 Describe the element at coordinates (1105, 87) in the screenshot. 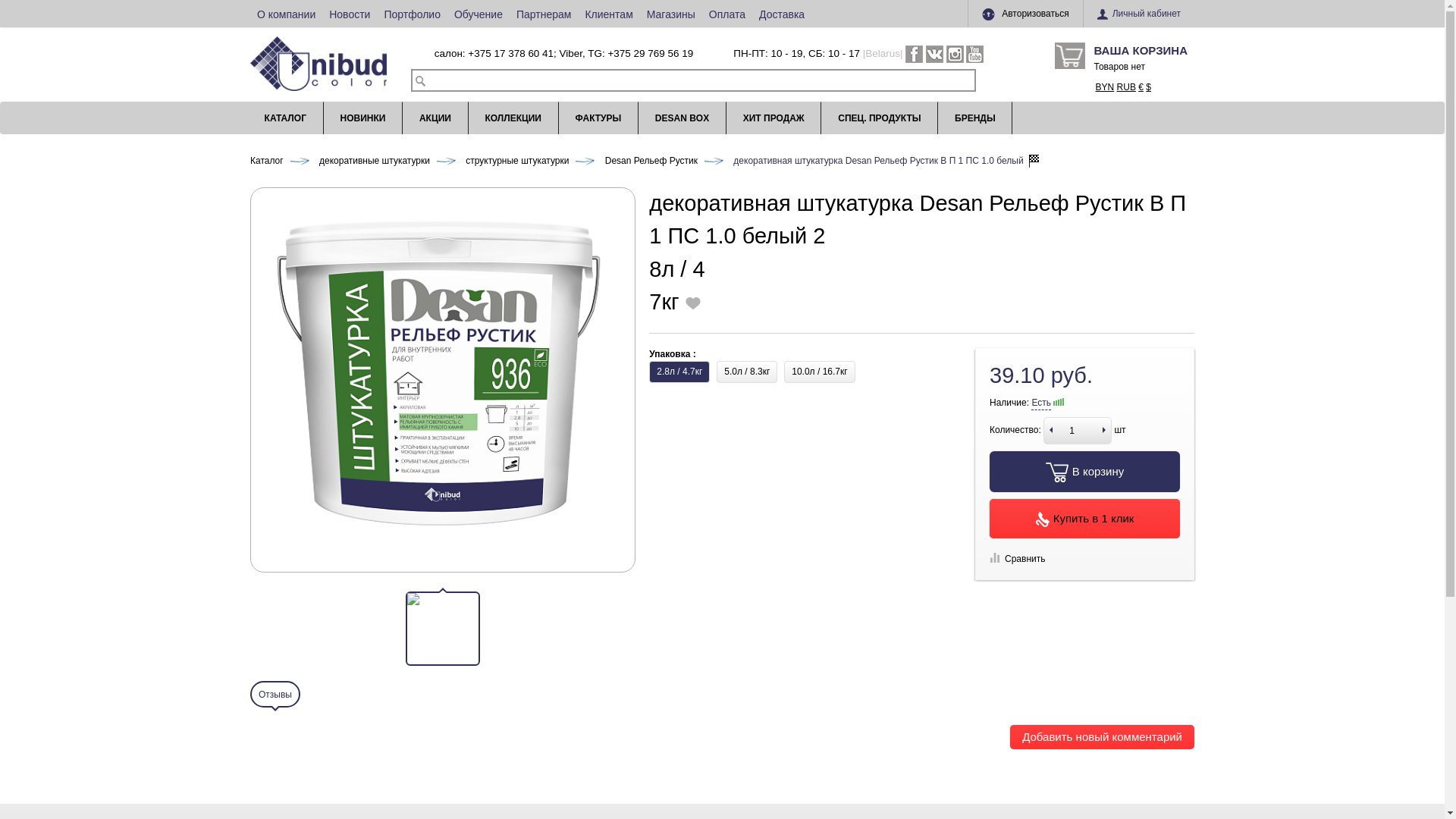

I see `'BYN'` at that location.